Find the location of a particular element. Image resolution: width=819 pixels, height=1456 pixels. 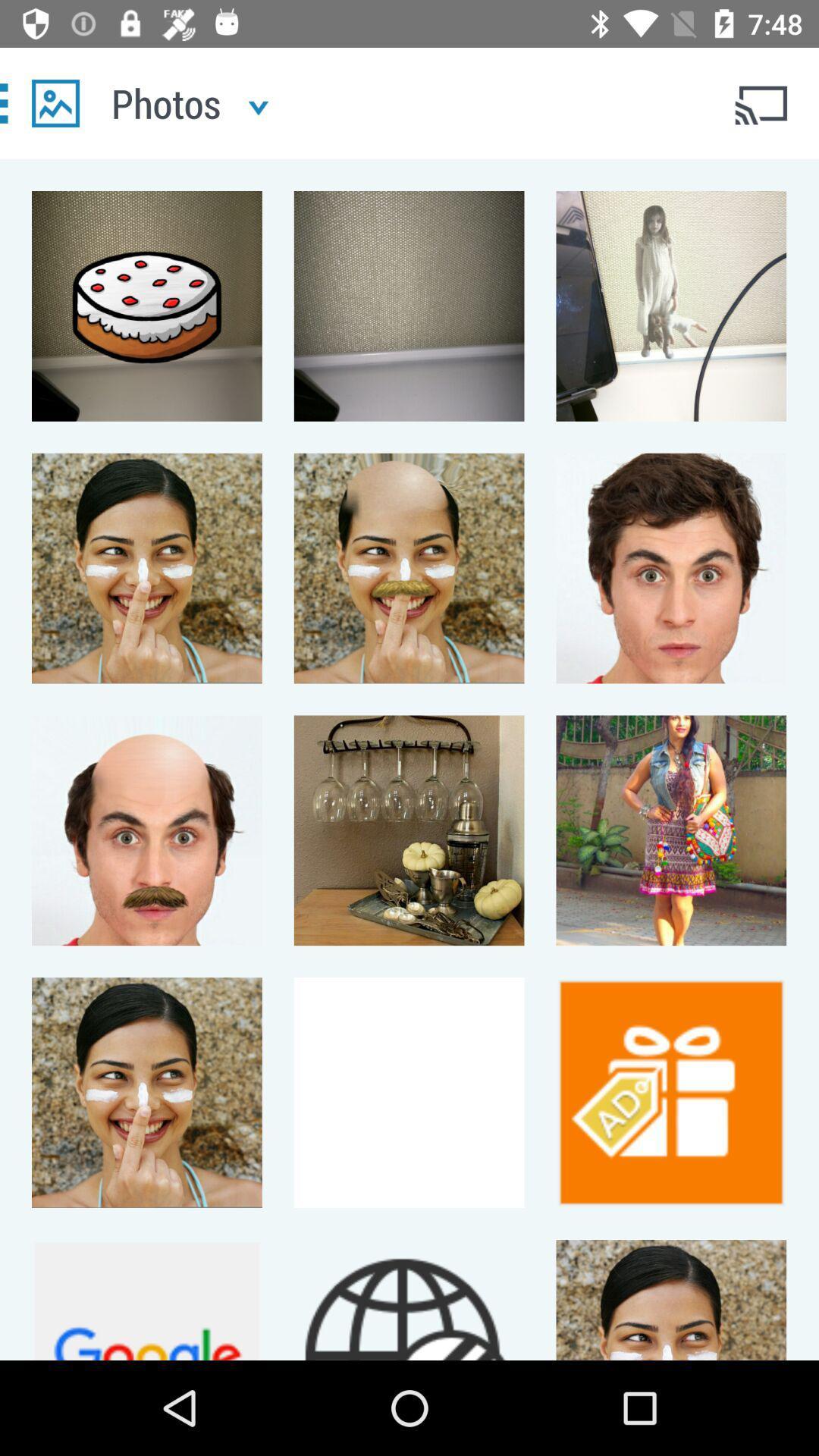

the wallpaper icon is located at coordinates (55, 102).